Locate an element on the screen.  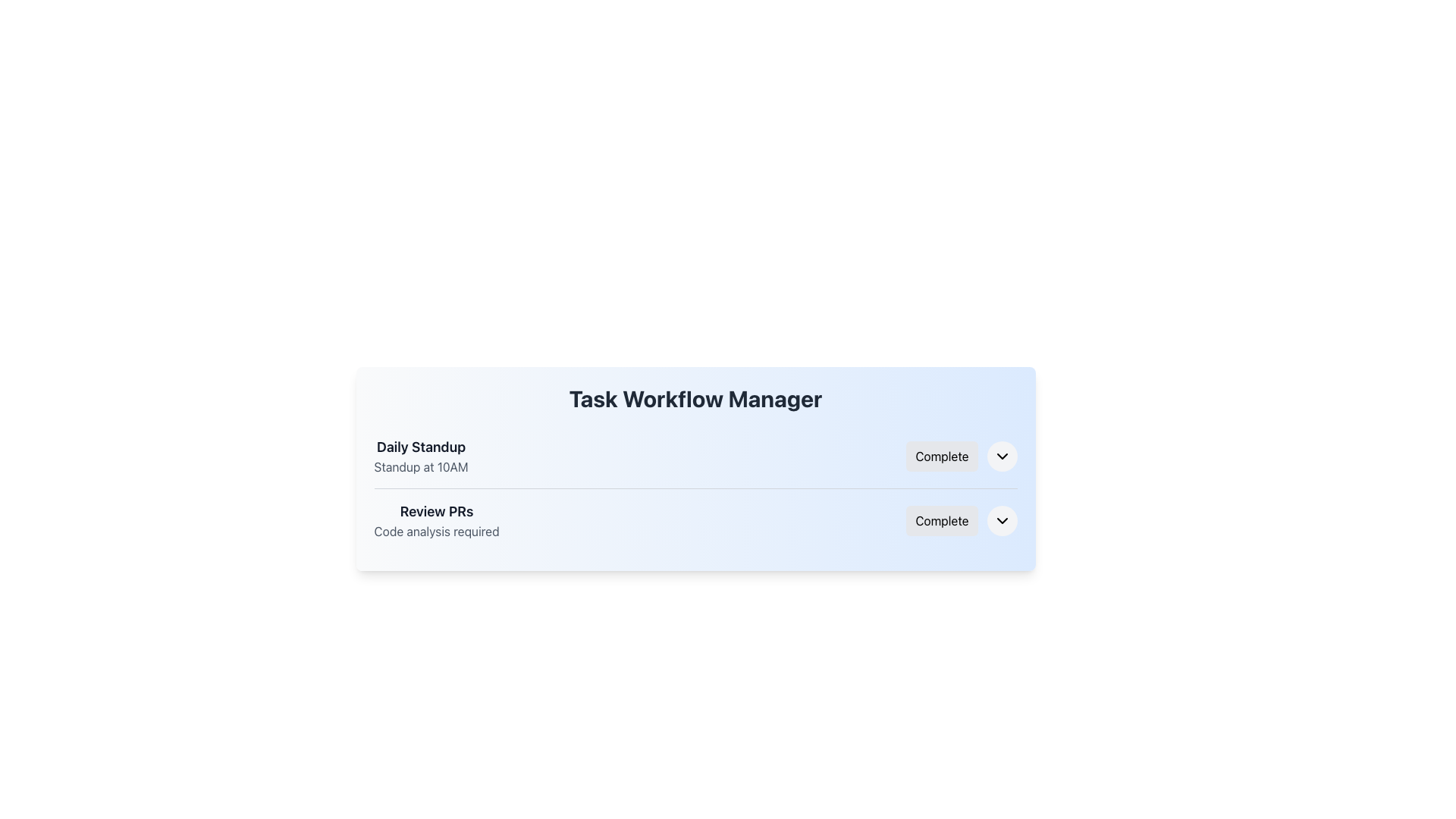
the dropdown toggle button located to the right of the 'Complete' label within the task item section is located at coordinates (1002, 519).